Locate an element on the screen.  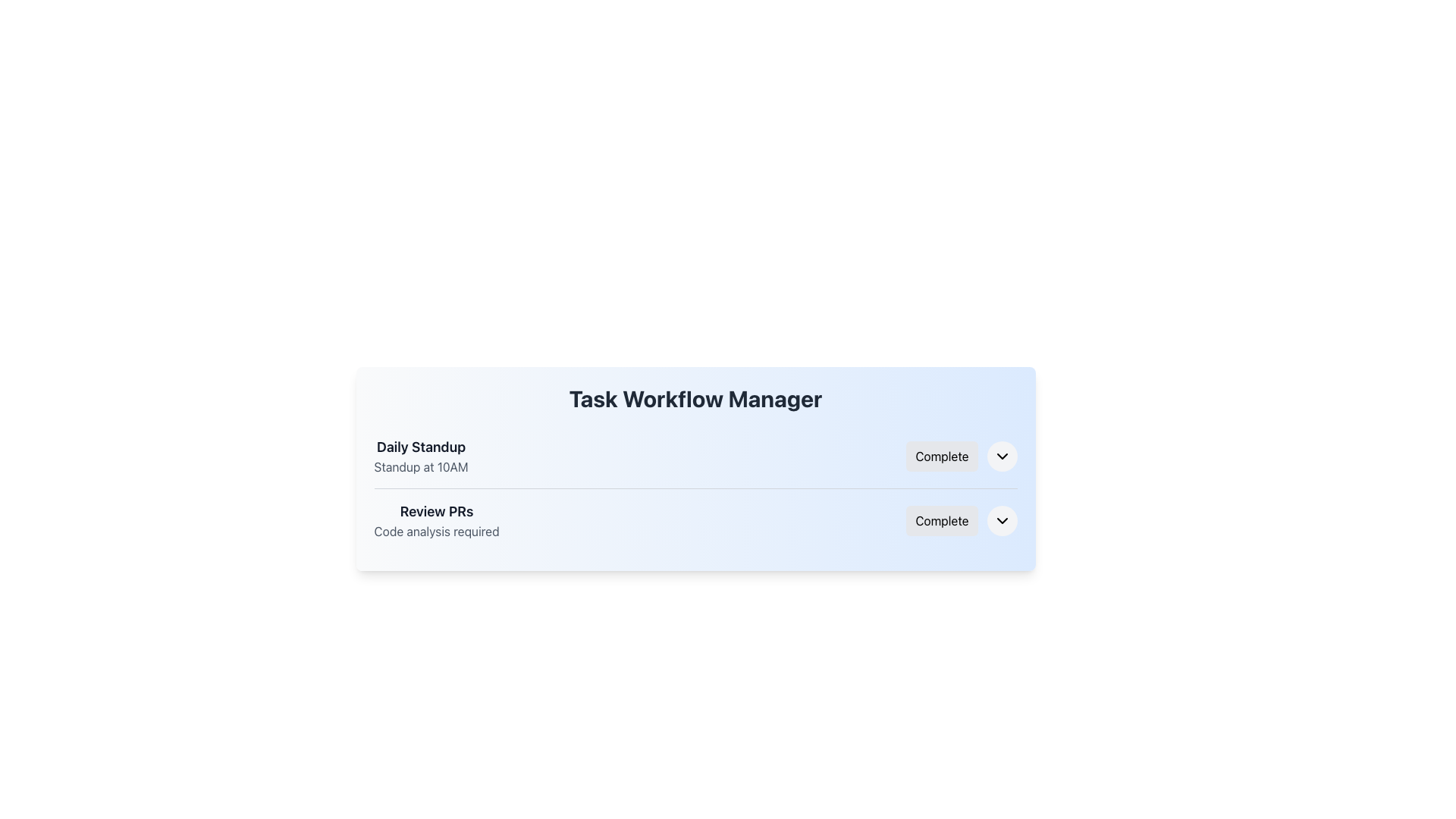
the dropdown toggle button located to the right of the 'Complete' label within the task item section is located at coordinates (1002, 519).